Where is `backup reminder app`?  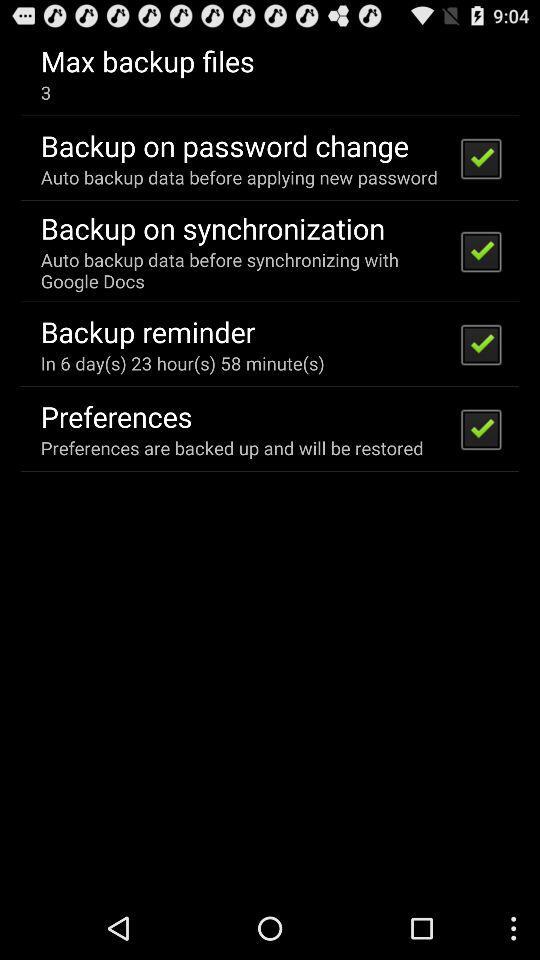
backup reminder app is located at coordinates (147, 331).